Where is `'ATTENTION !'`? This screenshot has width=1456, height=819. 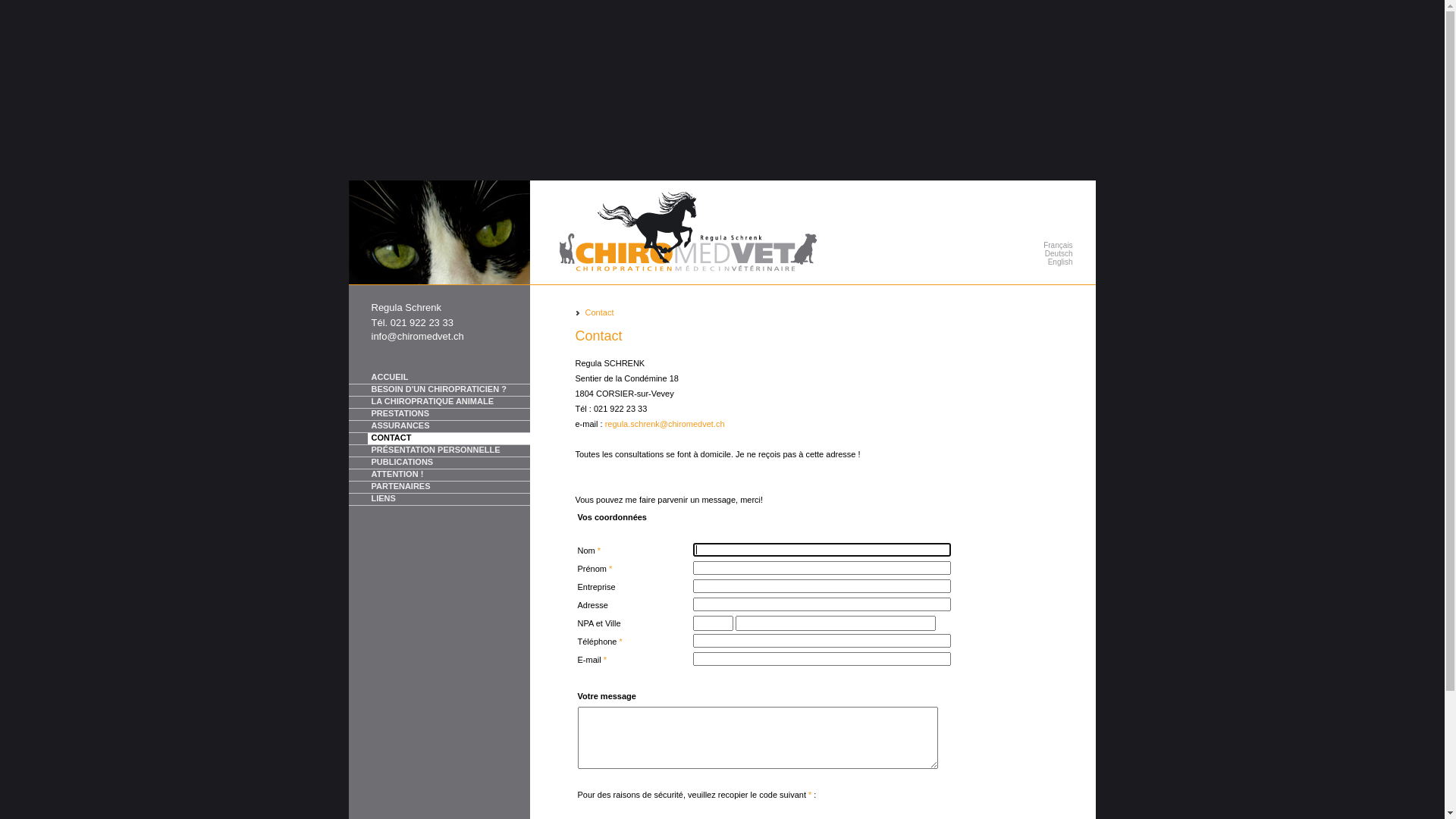
'ATTENTION !' is located at coordinates (447, 474).